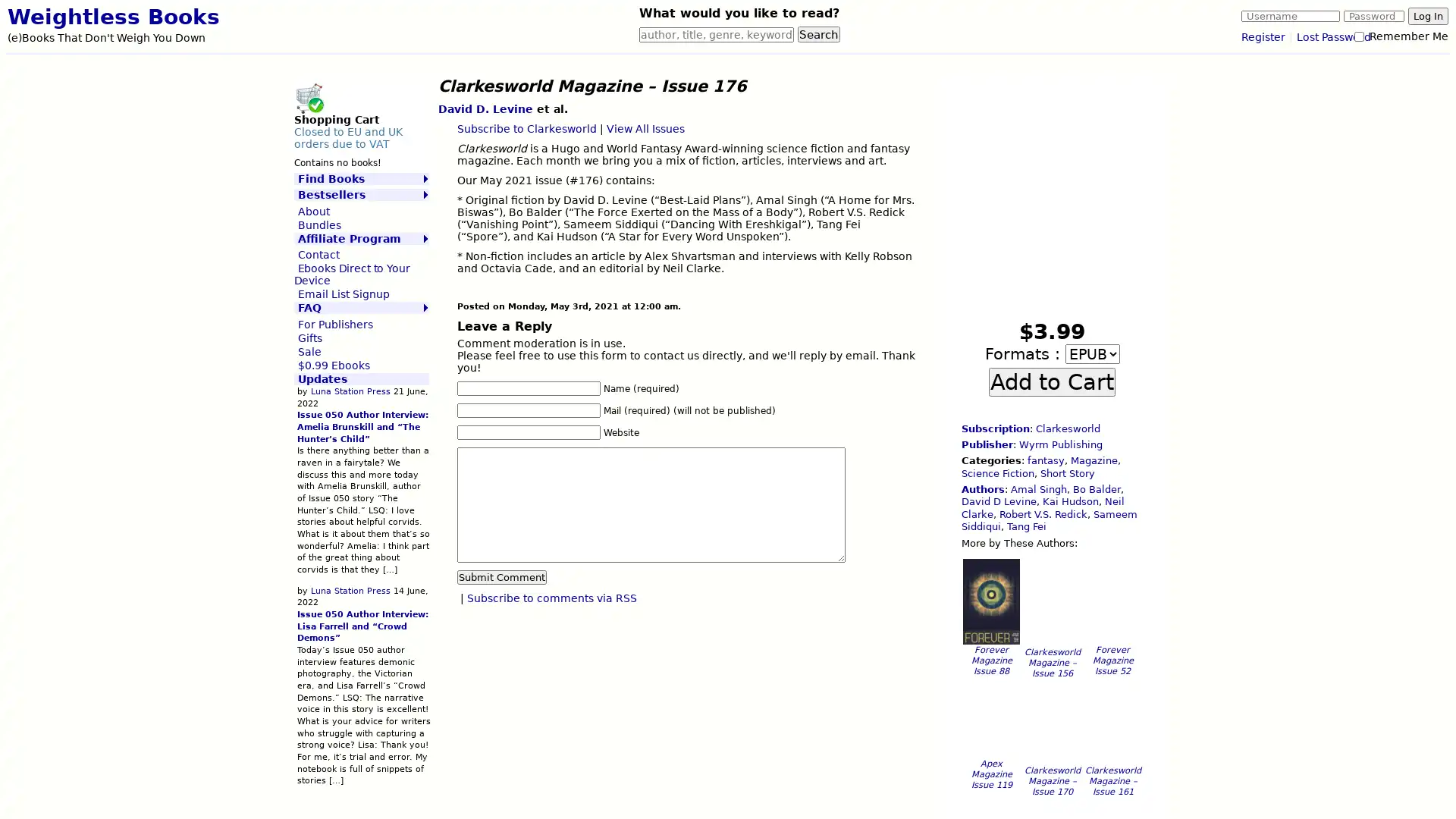 The image size is (1456, 819). What do you see at coordinates (308, 97) in the screenshot?
I see `Shopping Cart` at bounding box center [308, 97].